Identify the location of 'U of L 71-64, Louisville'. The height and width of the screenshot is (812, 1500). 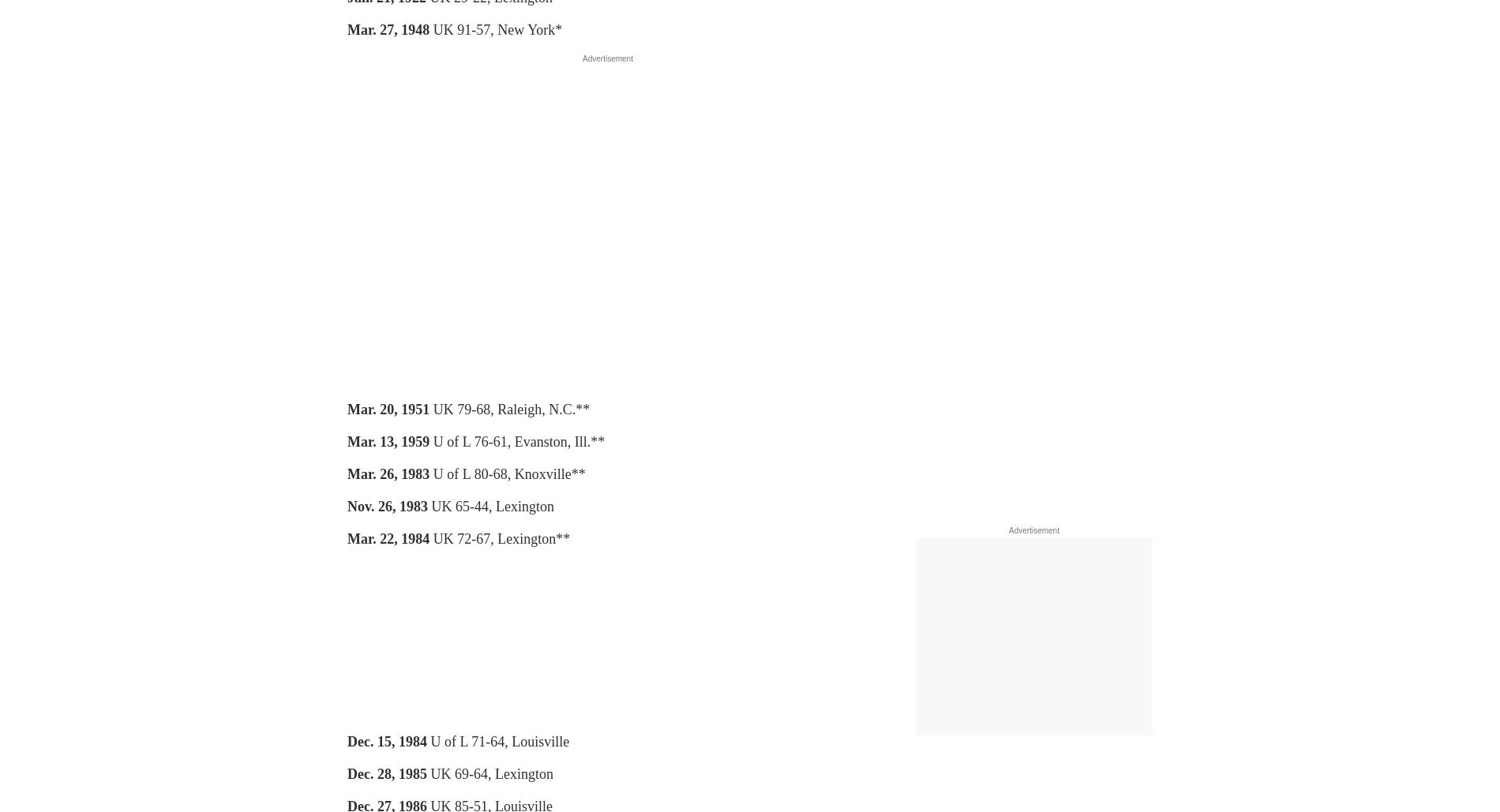
(497, 741).